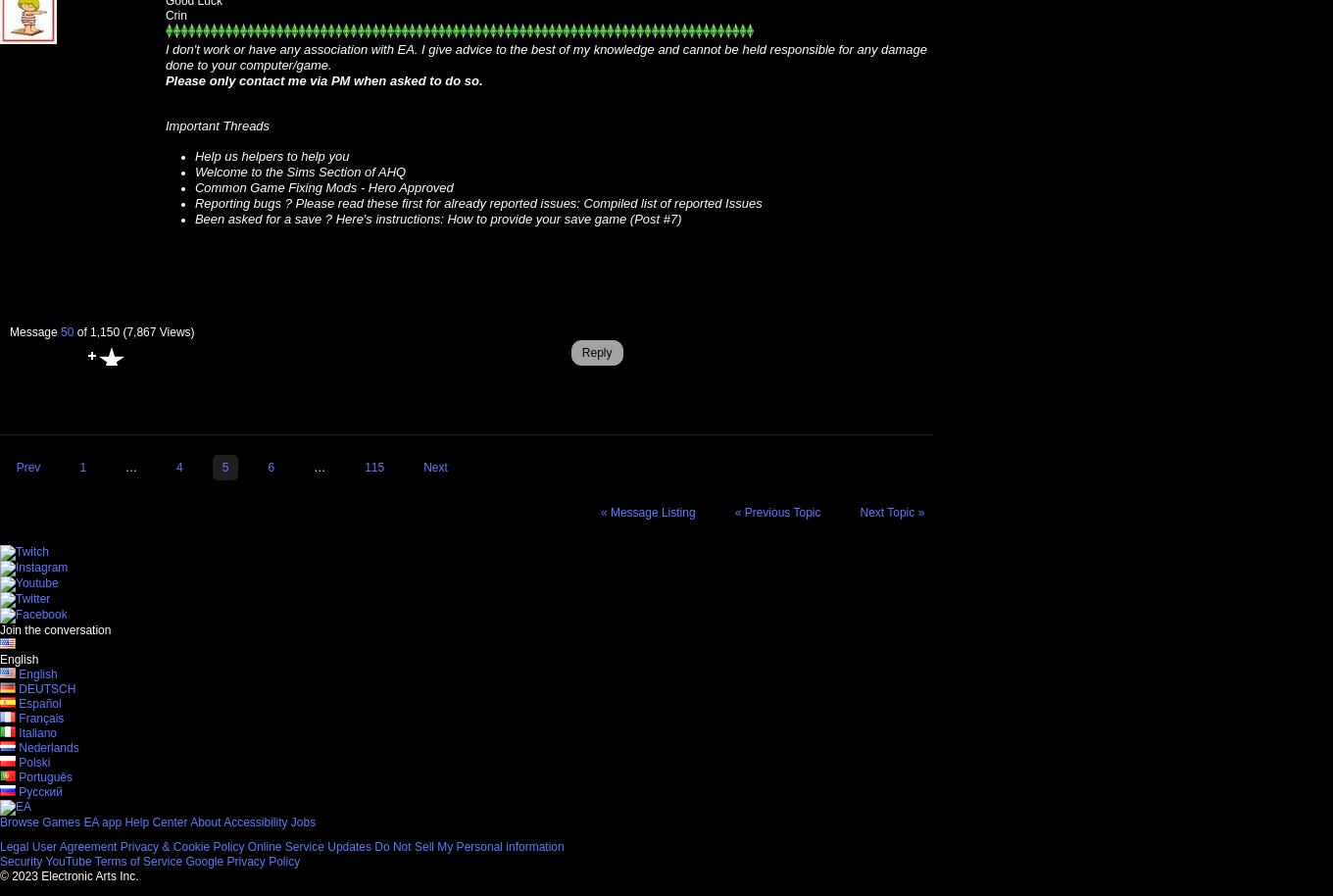 The image size is (1333, 896). Describe the element at coordinates (288, 821) in the screenshot. I see `'Jobs'` at that location.